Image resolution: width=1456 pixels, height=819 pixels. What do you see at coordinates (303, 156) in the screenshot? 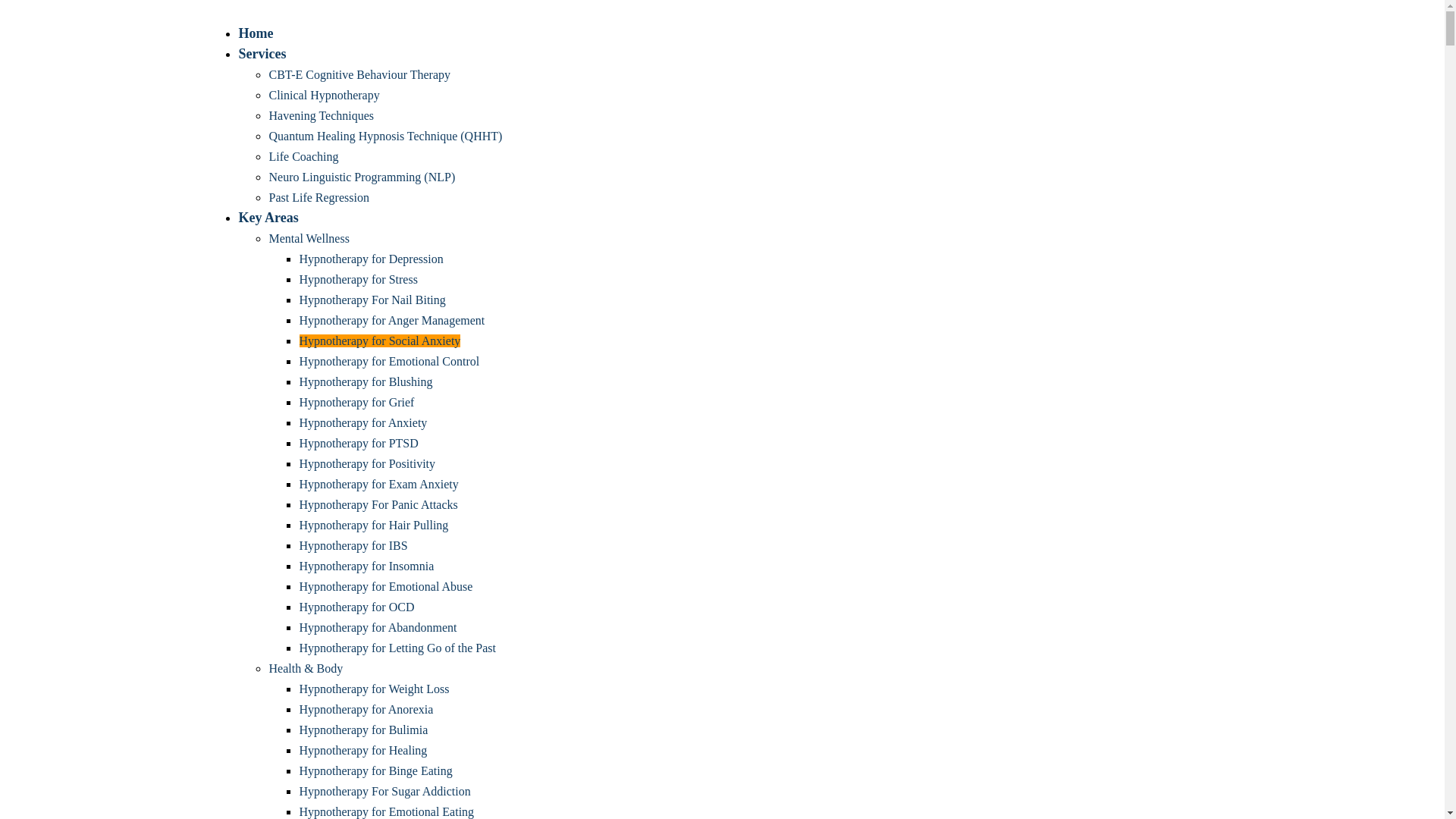
I see `'Life Coaching'` at bounding box center [303, 156].